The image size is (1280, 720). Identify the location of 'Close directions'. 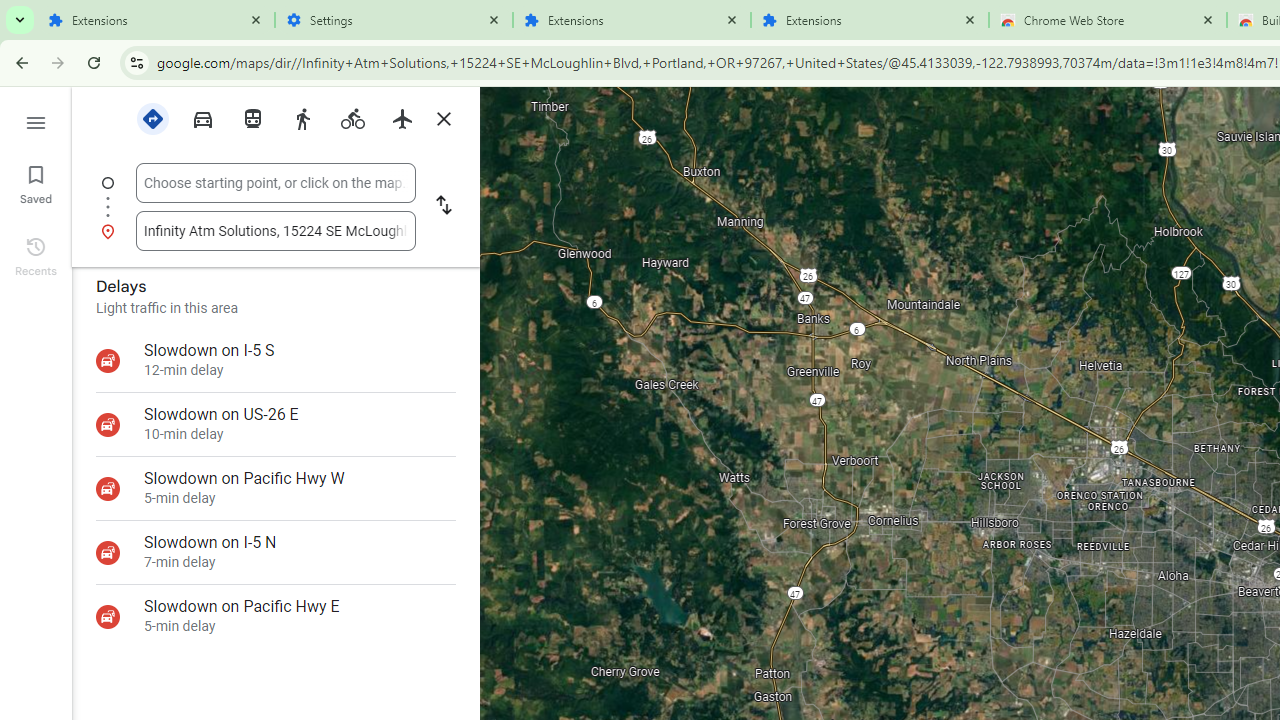
(442, 119).